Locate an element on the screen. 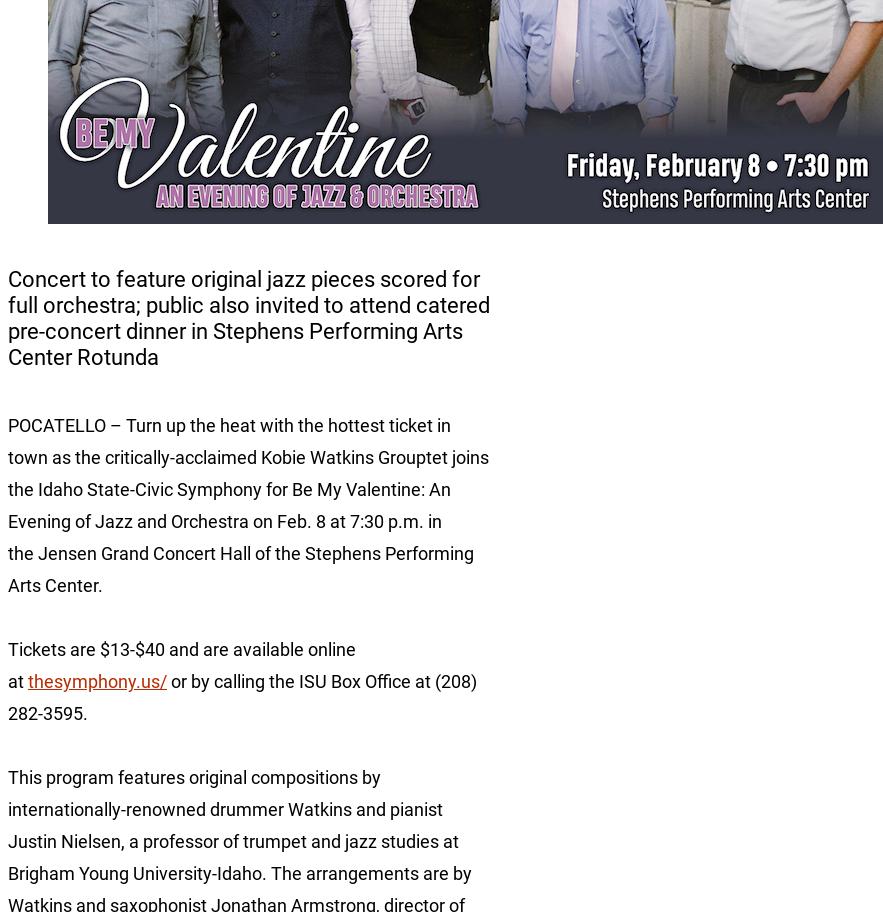 This screenshot has height=912, width=883. 'Idaho Falls' is located at coordinates (45, 468).